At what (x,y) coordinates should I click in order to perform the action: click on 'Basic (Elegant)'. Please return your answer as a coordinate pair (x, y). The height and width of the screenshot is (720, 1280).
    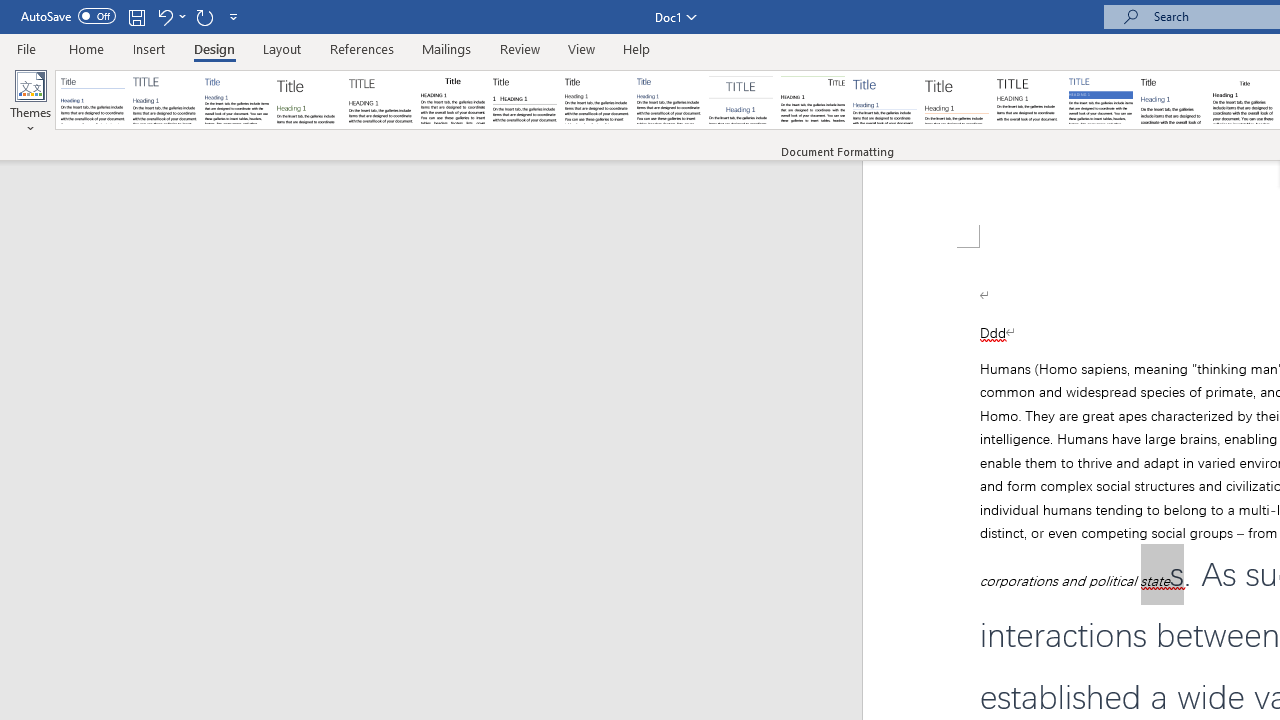
    Looking at the image, I should click on (165, 100).